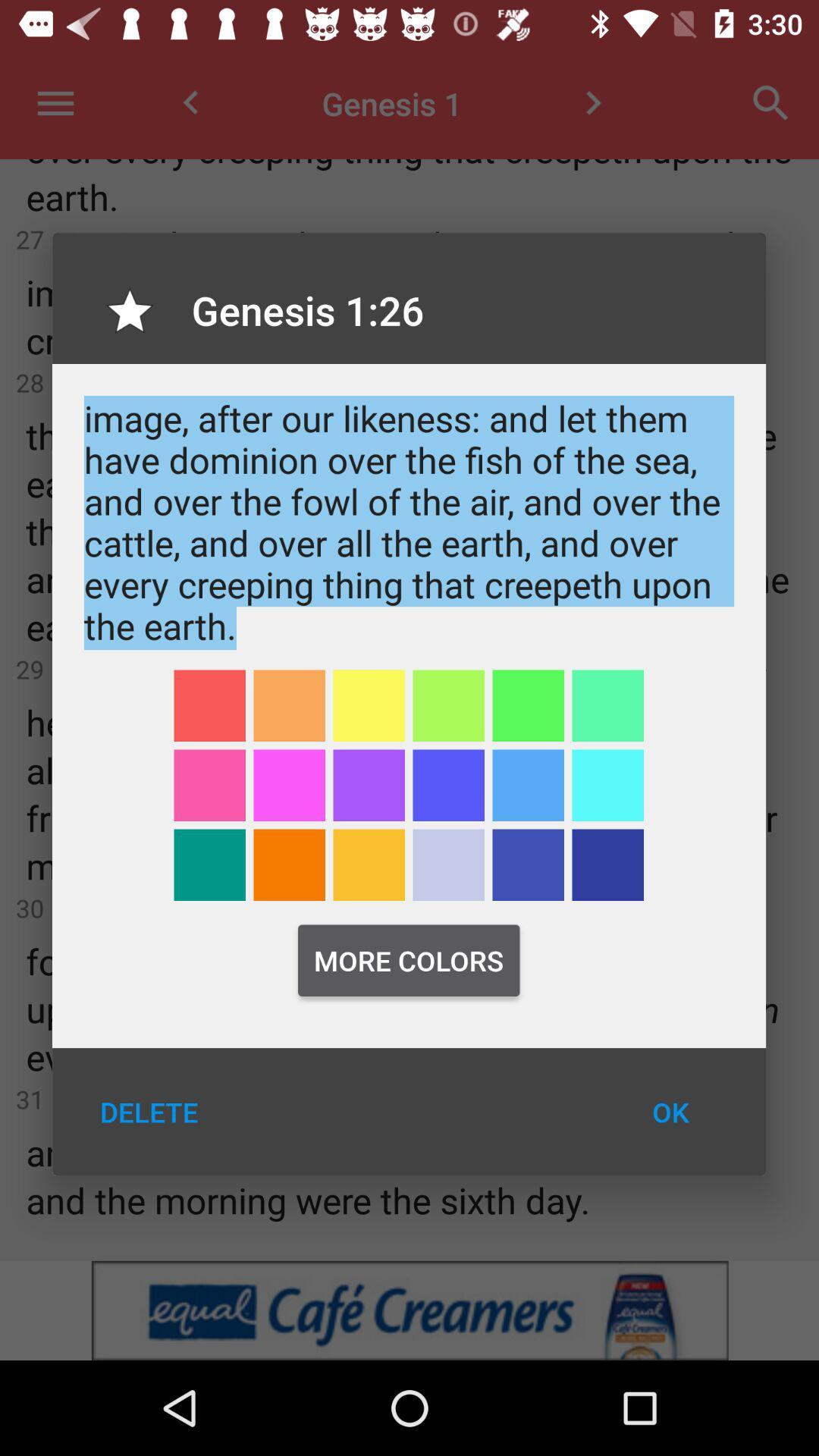 This screenshot has height=1456, width=819. Describe the element at coordinates (369, 704) in the screenshot. I see `yellow` at that location.